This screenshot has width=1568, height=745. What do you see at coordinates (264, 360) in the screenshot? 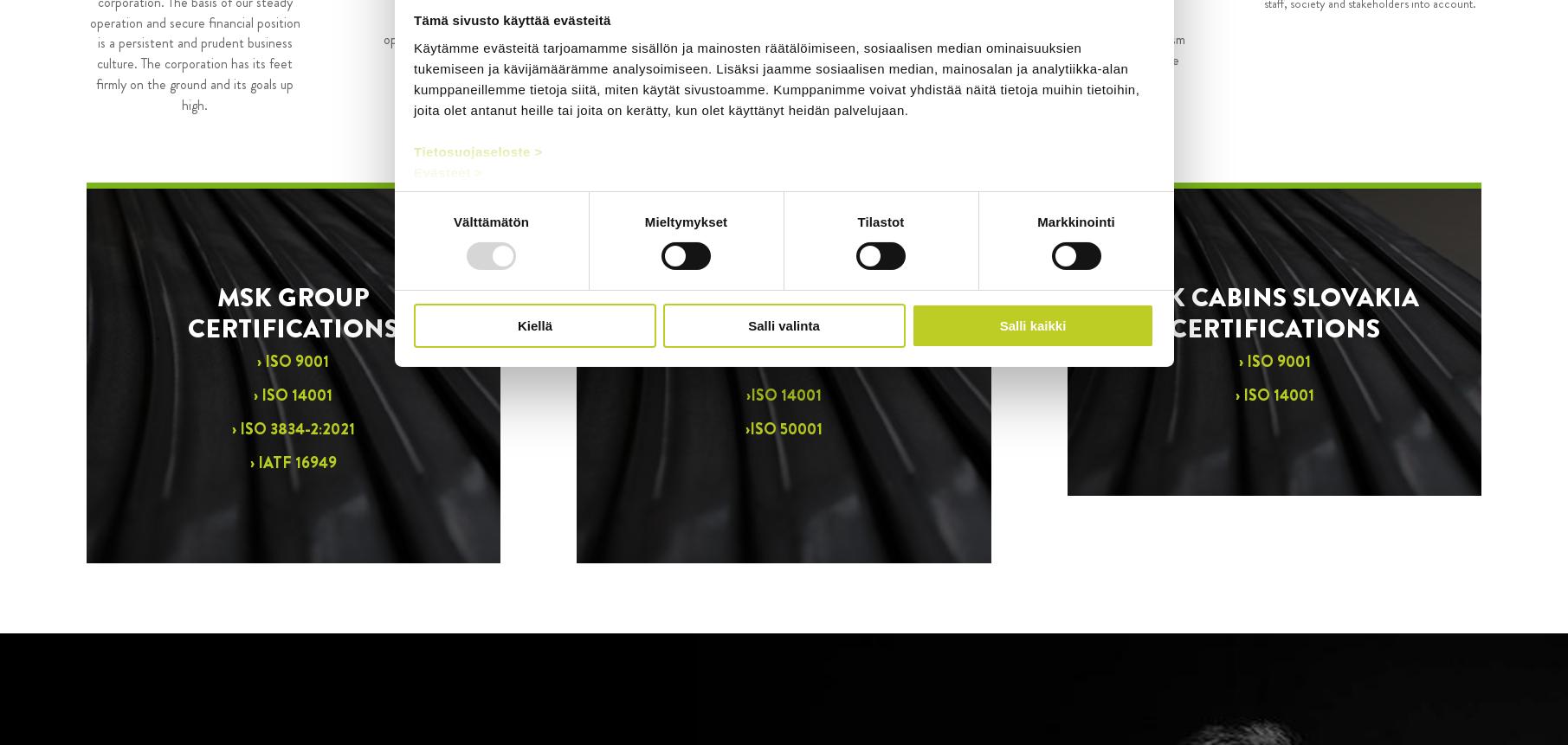
I see `'ISO 9001'` at bounding box center [264, 360].